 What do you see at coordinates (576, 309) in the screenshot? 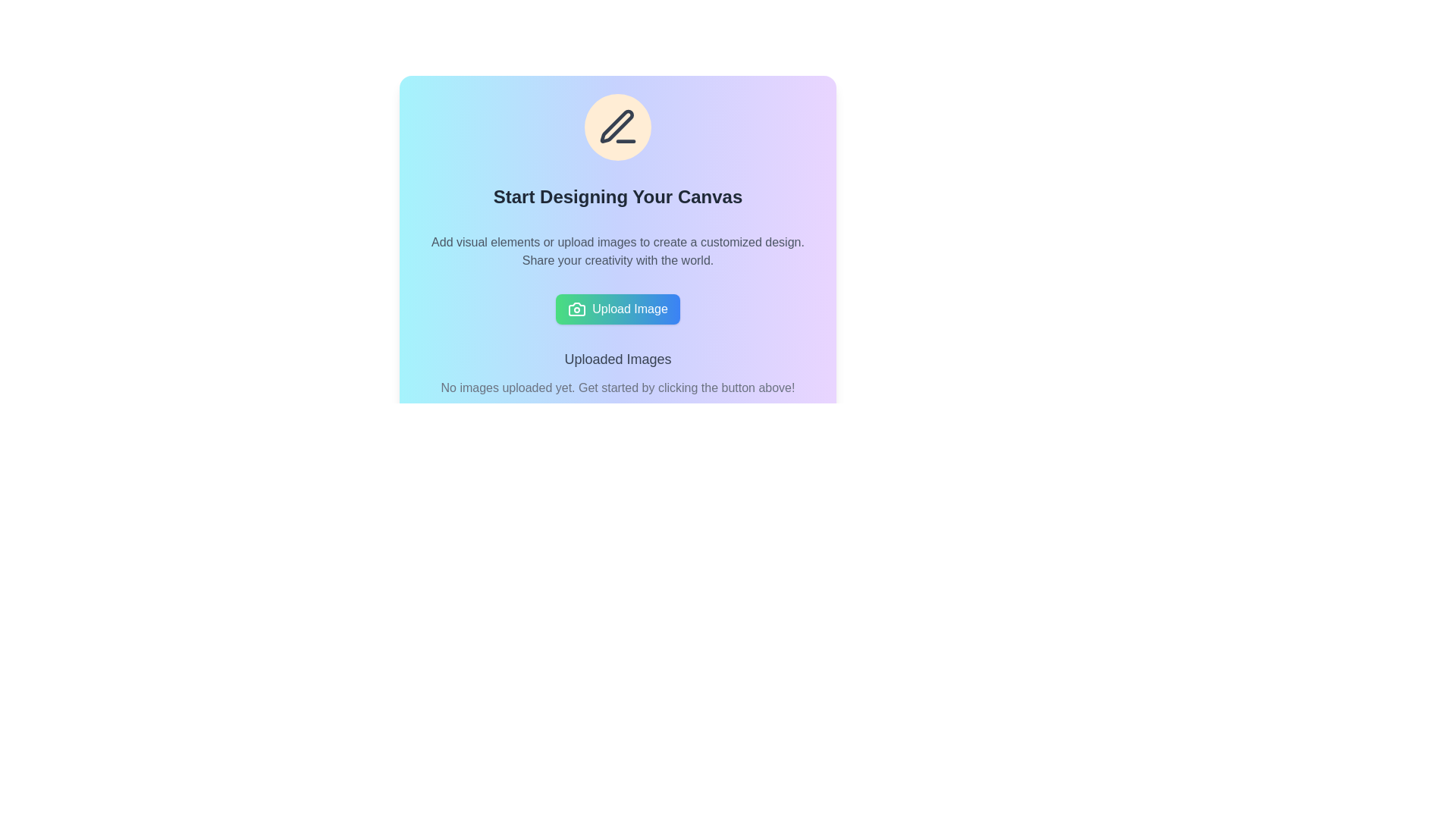
I see `the camera icon in the 'Upload Image' button, which is styled in a modern line-drawing format and located above the button text` at bounding box center [576, 309].